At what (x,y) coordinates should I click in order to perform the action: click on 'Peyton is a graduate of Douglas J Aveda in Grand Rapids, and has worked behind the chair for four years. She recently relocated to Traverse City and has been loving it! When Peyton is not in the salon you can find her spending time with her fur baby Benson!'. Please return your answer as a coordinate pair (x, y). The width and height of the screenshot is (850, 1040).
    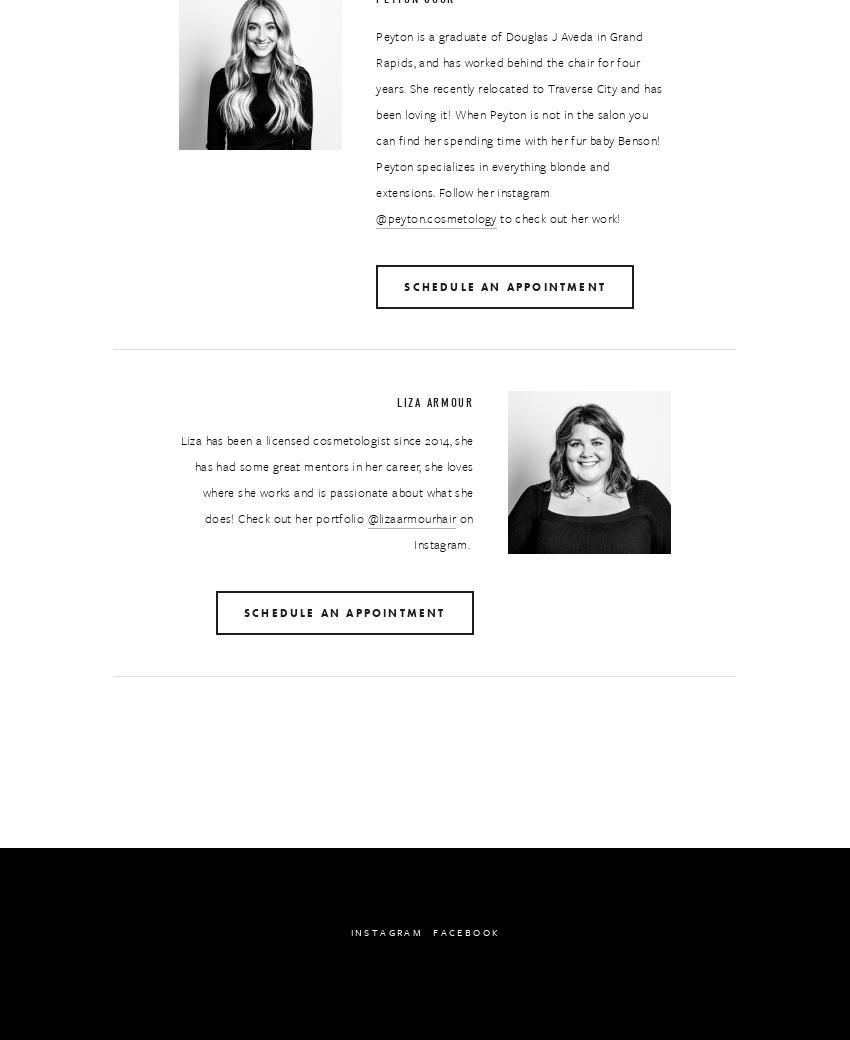
    Looking at the image, I should click on (519, 86).